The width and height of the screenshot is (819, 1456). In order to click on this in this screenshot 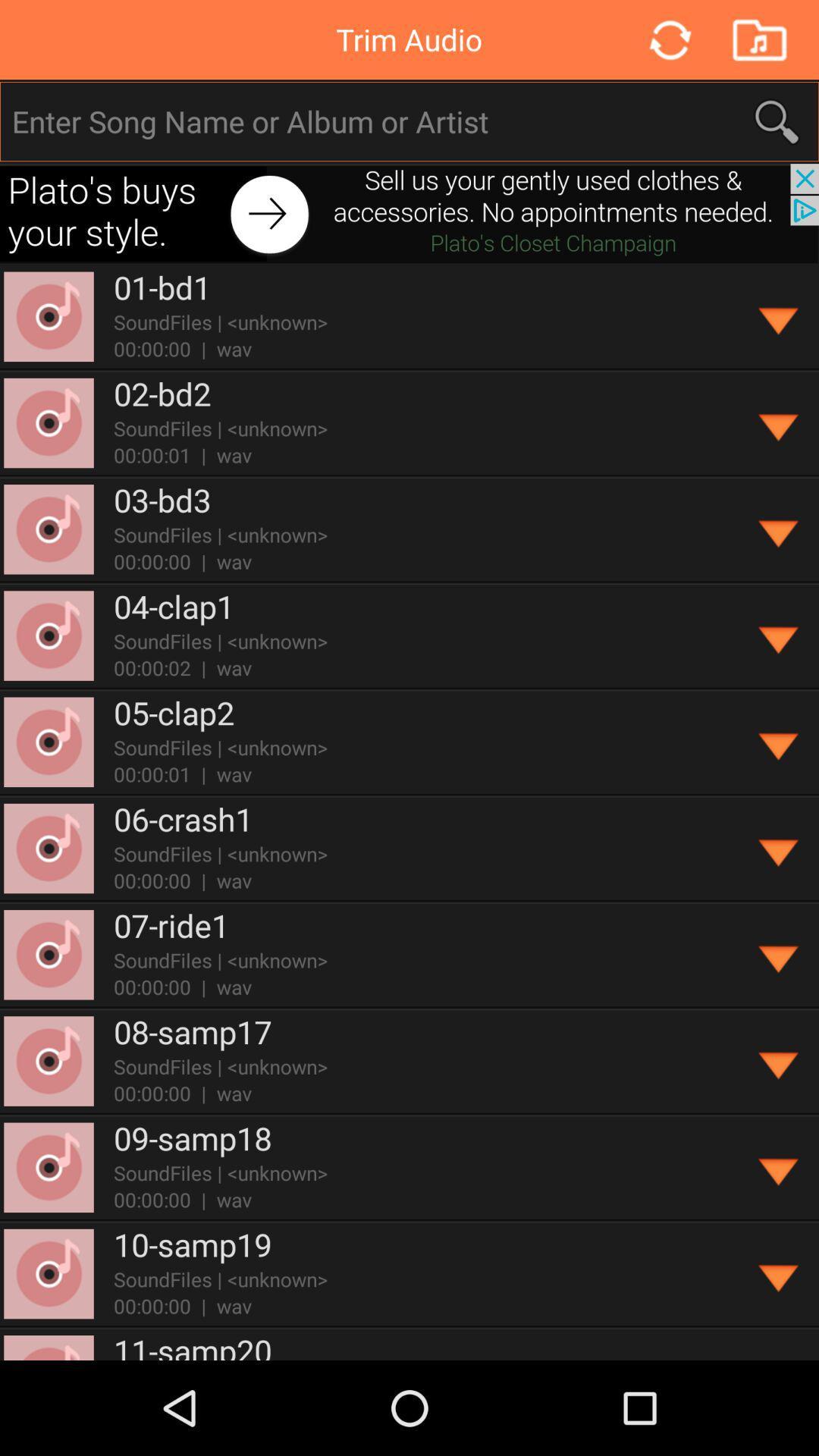, I will do `click(779, 529)`.